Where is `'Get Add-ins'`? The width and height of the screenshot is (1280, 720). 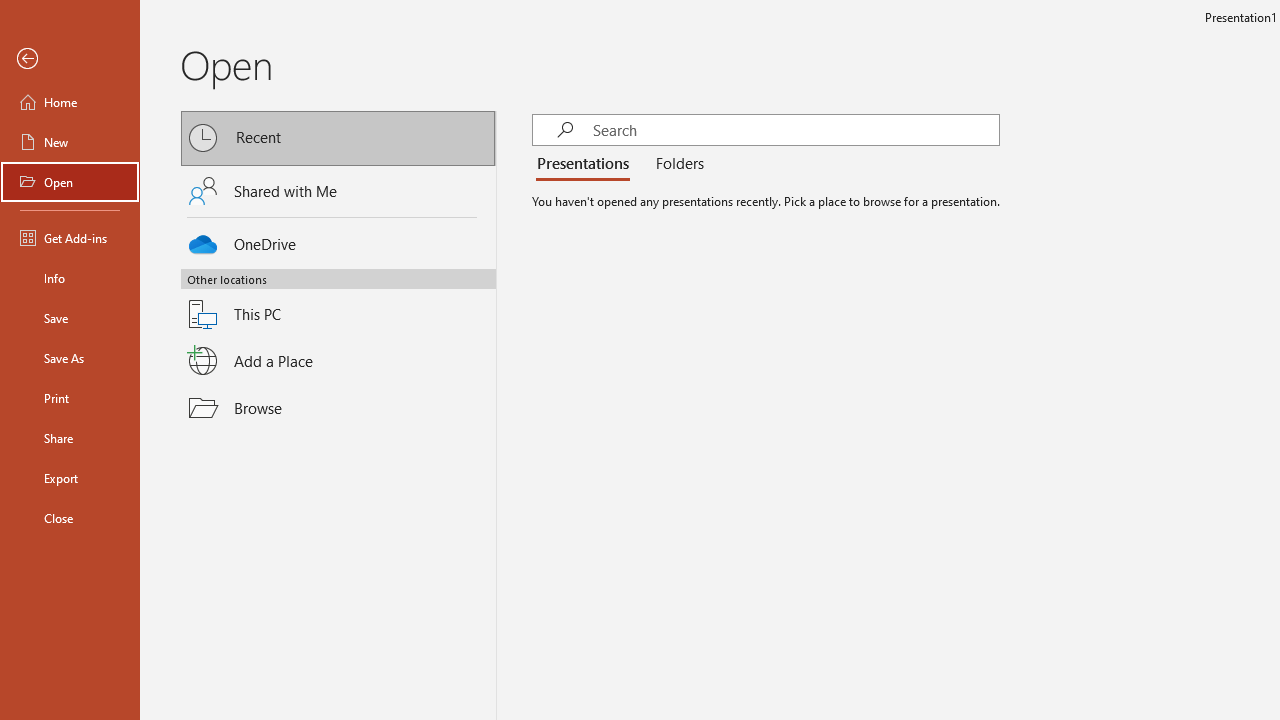
'Get Add-ins' is located at coordinates (69, 236).